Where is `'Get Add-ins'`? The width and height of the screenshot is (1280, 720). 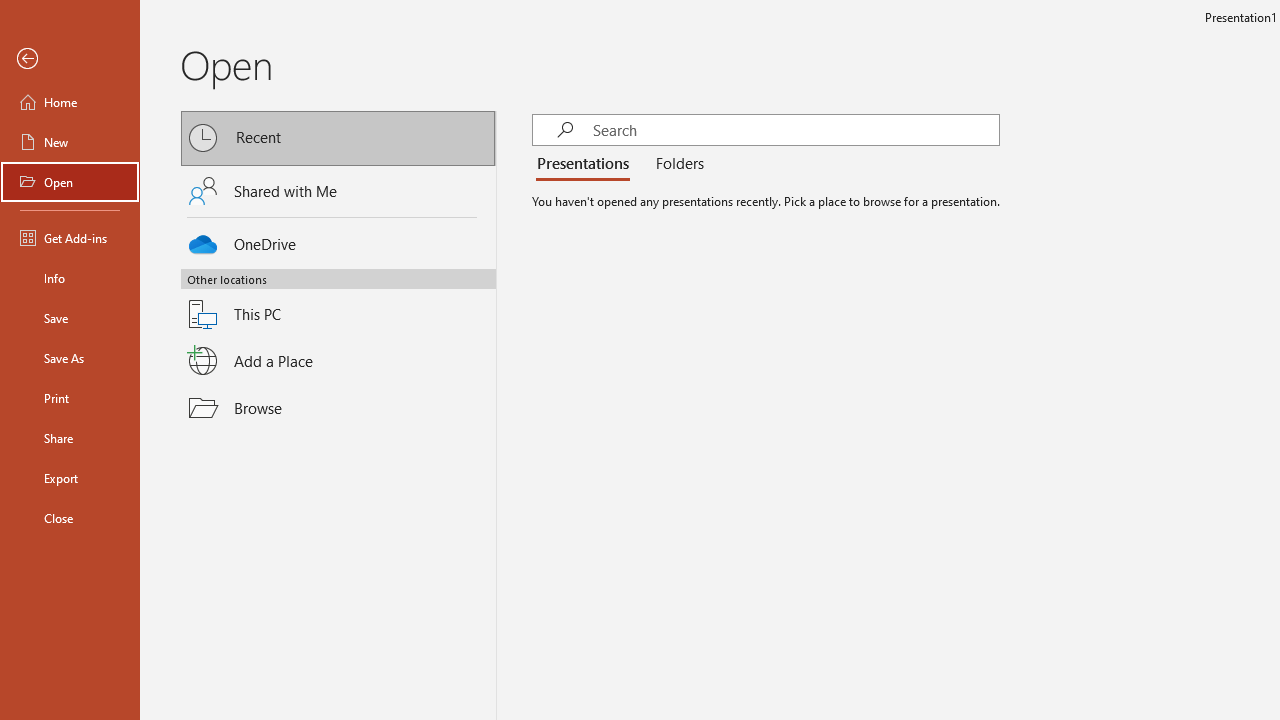
'Get Add-ins' is located at coordinates (69, 236).